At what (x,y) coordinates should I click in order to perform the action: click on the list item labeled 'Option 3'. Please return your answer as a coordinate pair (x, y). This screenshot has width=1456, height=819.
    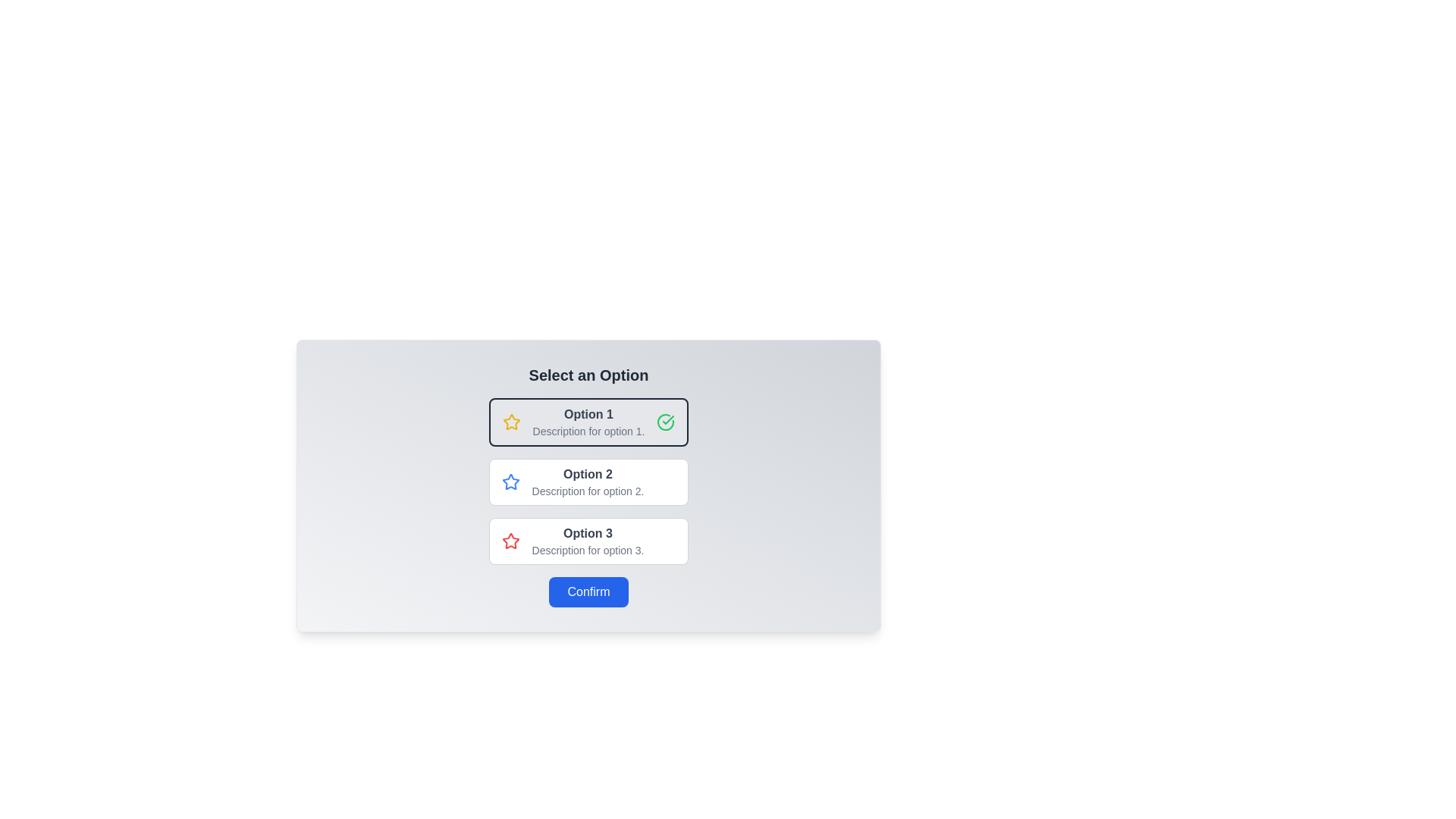
    Looking at the image, I should click on (587, 540).